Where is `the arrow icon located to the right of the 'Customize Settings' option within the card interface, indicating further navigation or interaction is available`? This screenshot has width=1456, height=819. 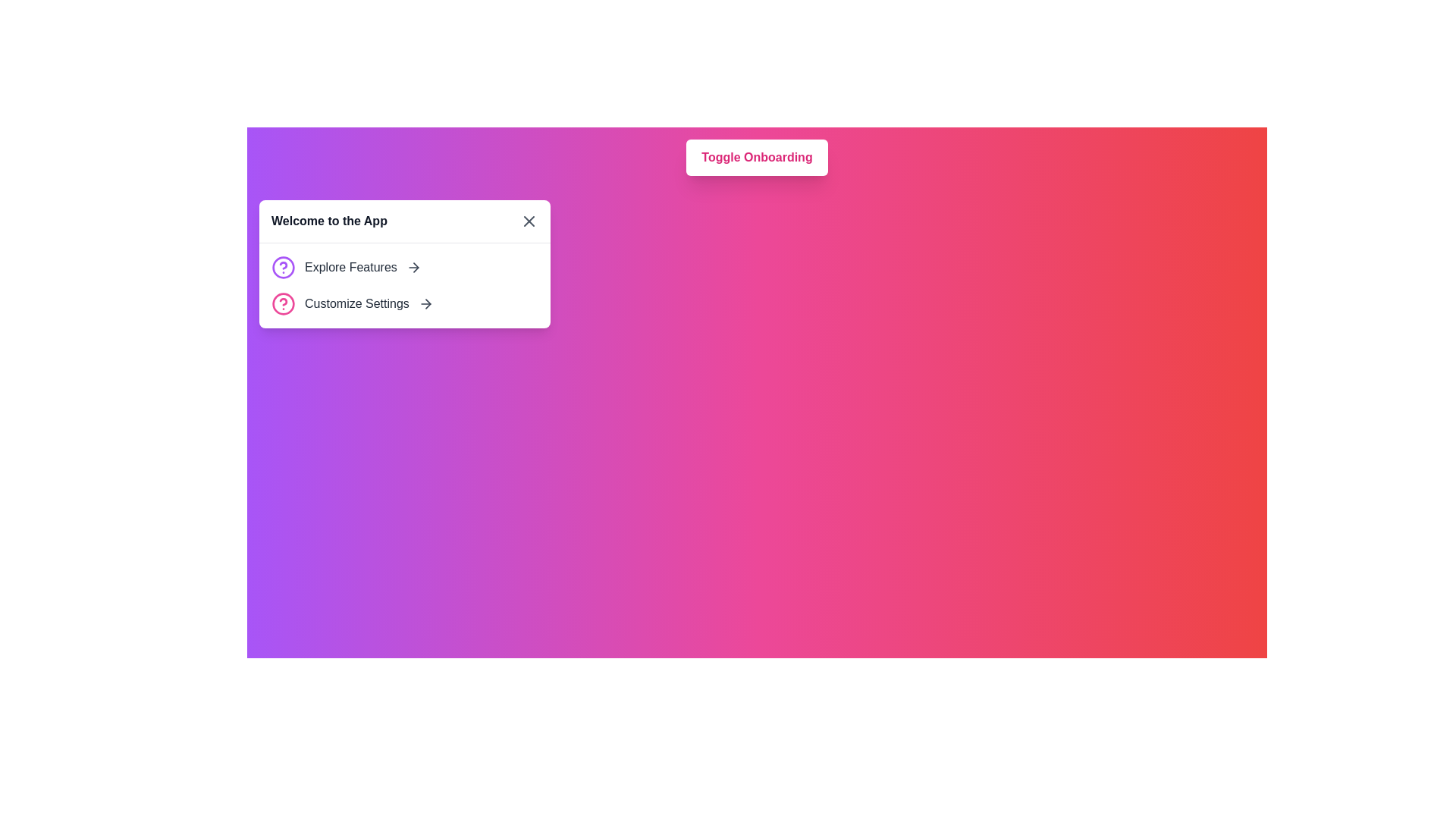
the arrow icon located to the right of the 'Customize Settings' option within the card interface, indicating further navigation or interaction is available is located at coordinates (425, 304).